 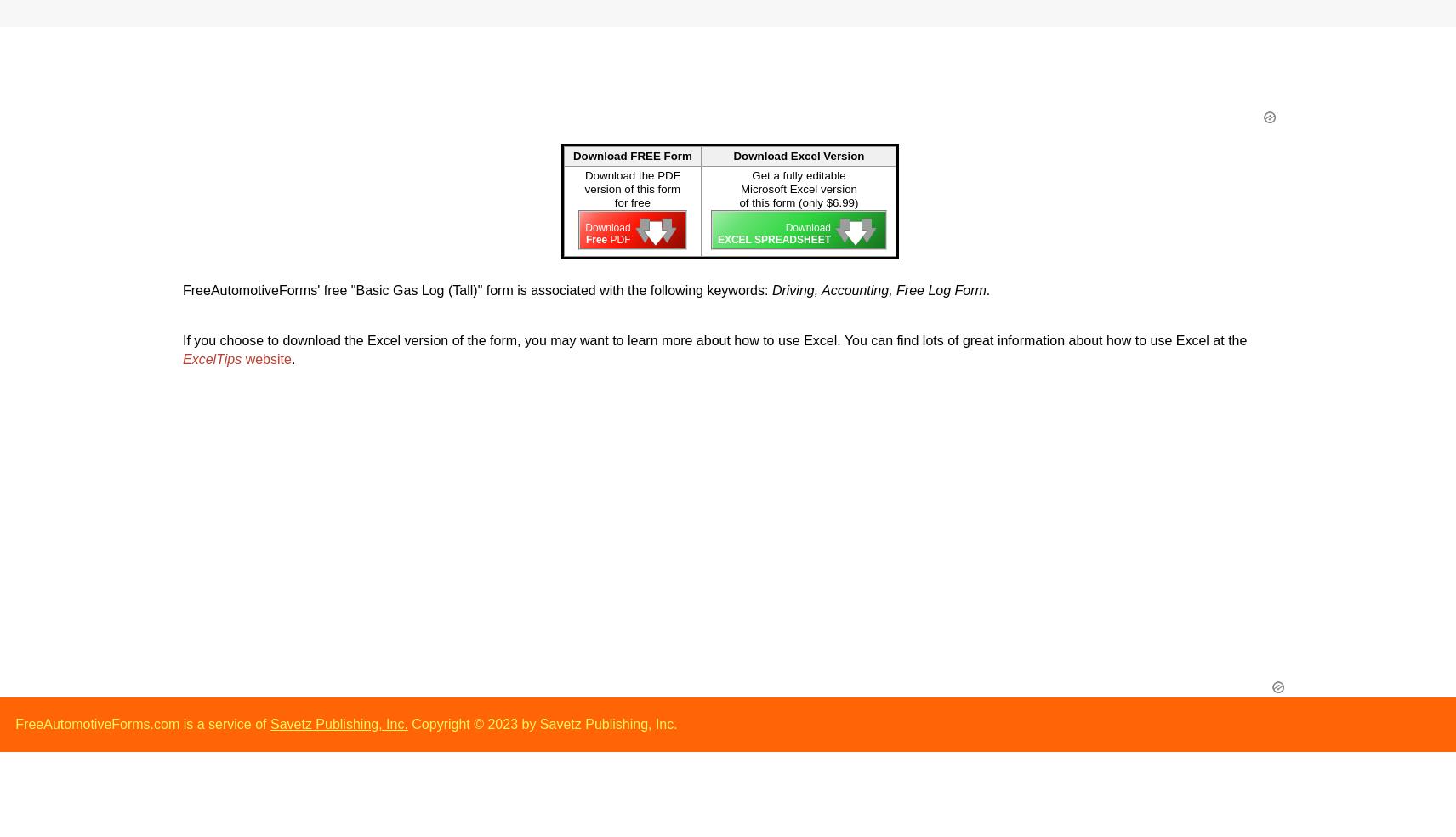 I want to click on 'ExcelTips', so click(x=212, y=359).